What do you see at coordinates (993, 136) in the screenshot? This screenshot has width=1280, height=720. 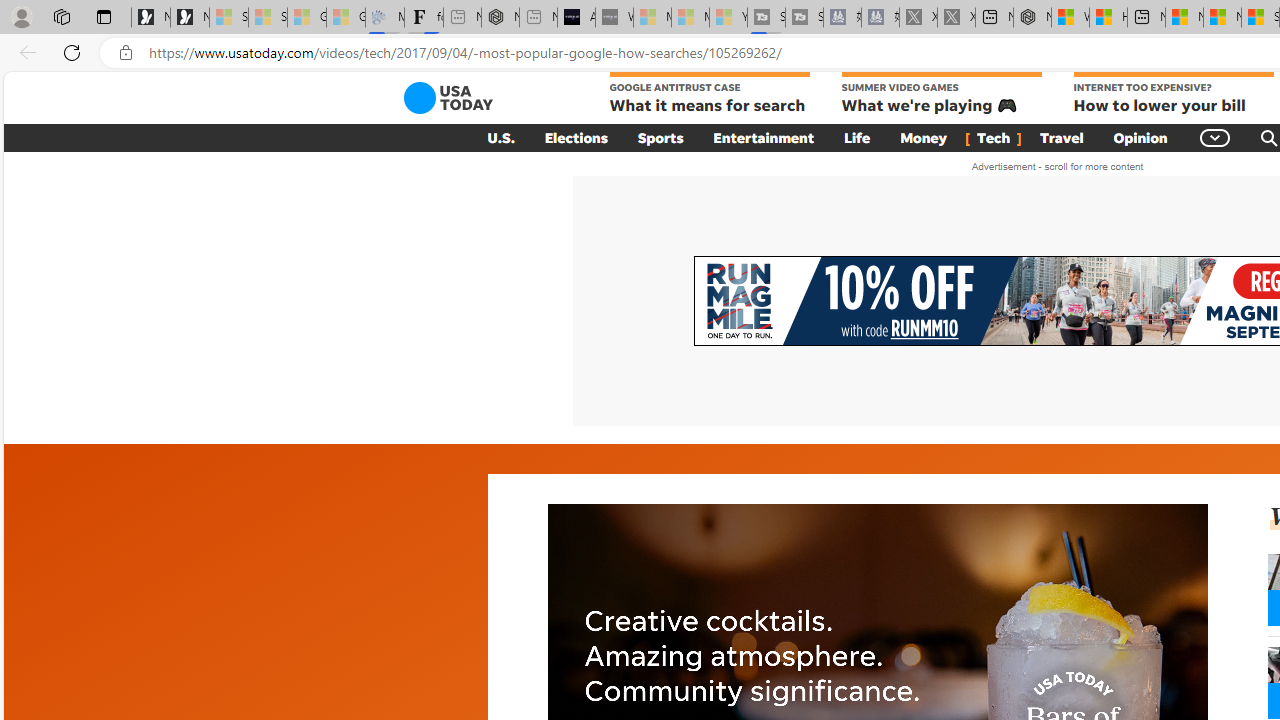 I see `'[ Tech ]'` at bounding box center [993, 136].